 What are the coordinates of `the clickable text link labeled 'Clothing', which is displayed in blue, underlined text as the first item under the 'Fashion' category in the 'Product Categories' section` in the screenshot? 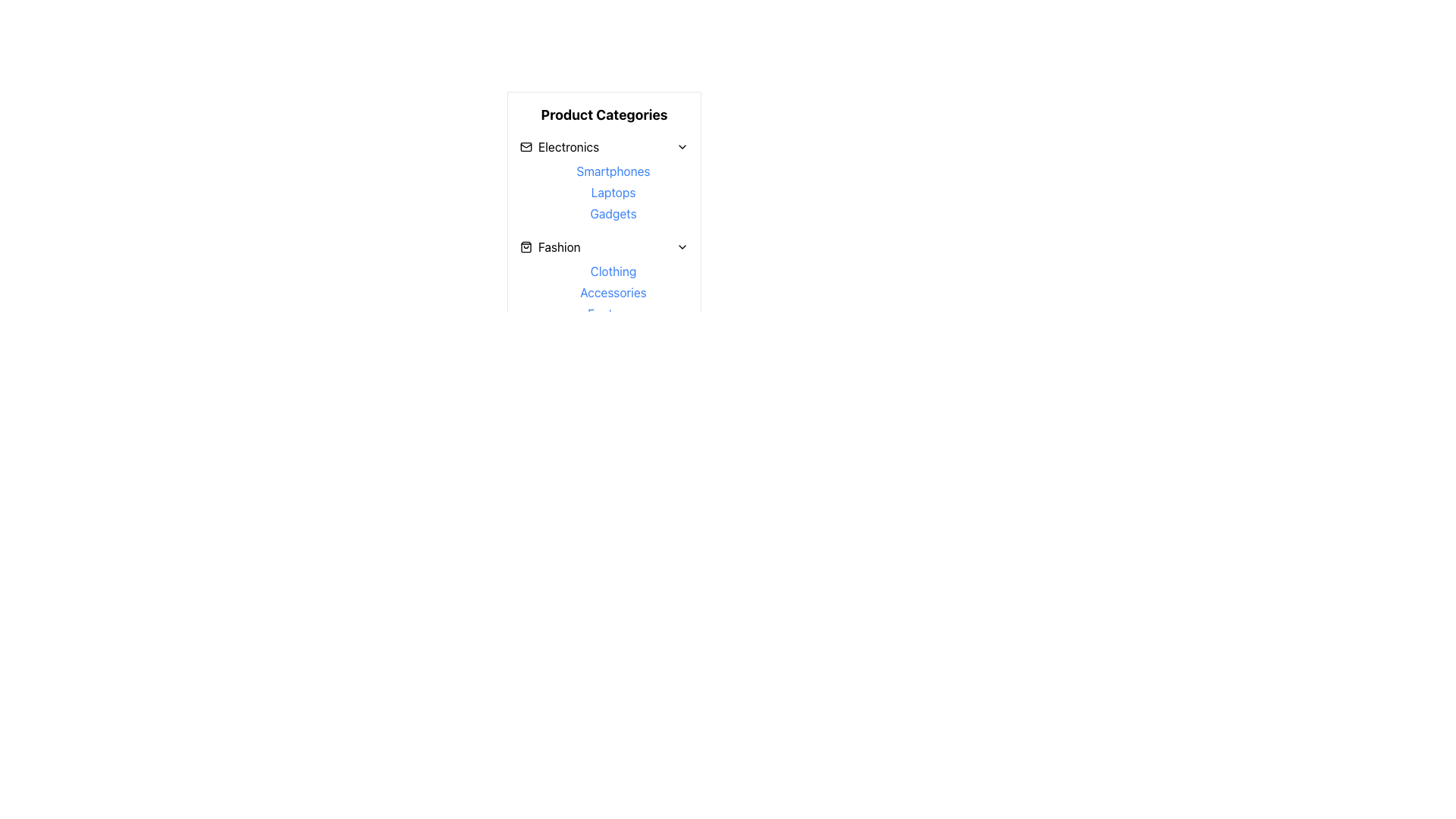 It's located at (613, 271).